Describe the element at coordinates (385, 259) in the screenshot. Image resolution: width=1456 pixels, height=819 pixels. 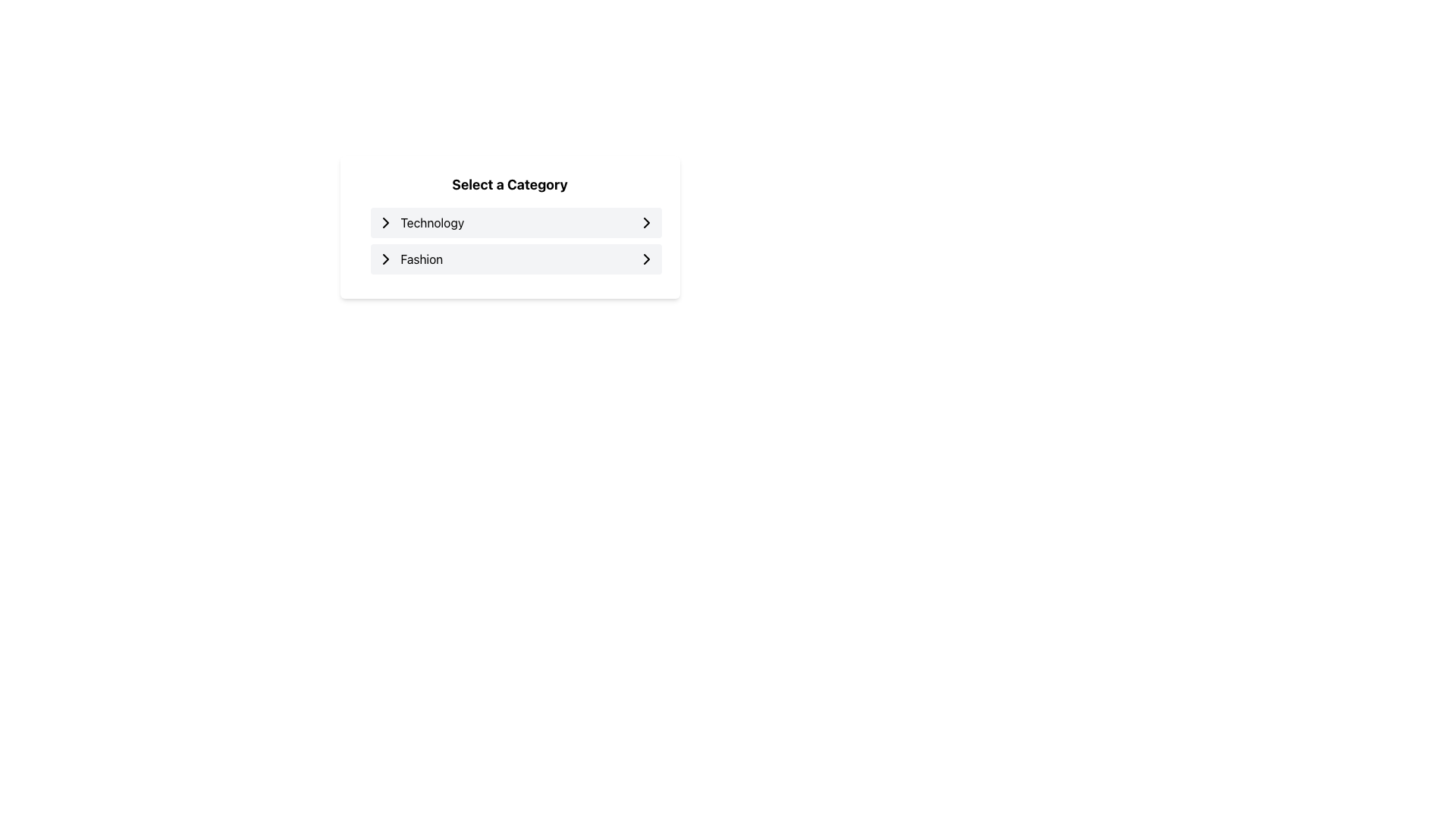
I see `the right-chevron icon for navigation, which is positioned slightly to the right of the 'Fashion' text in the category list` at that location.